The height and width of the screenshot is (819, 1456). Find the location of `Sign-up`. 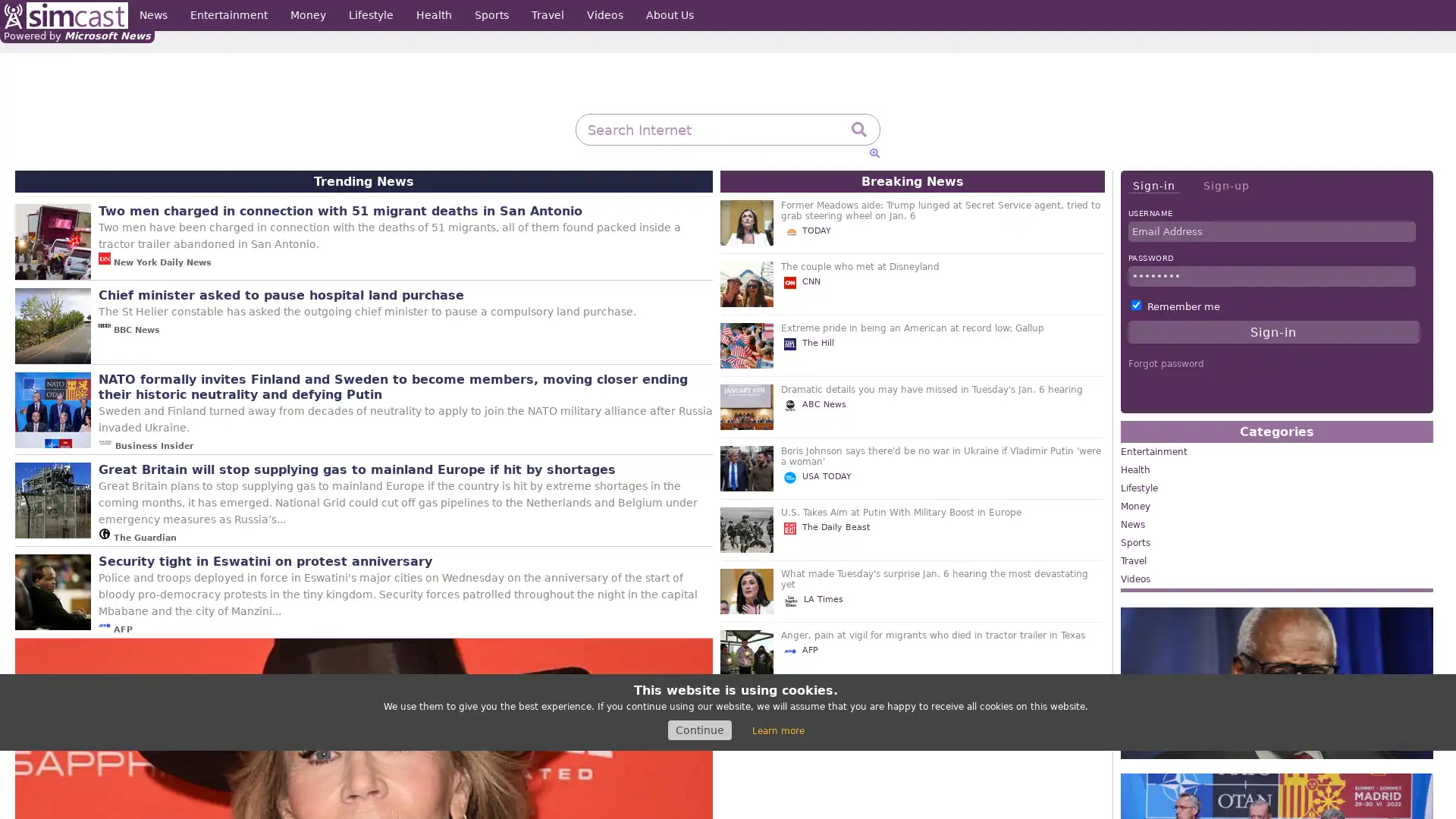

Sign-up is located at coordinates (1225, 185).